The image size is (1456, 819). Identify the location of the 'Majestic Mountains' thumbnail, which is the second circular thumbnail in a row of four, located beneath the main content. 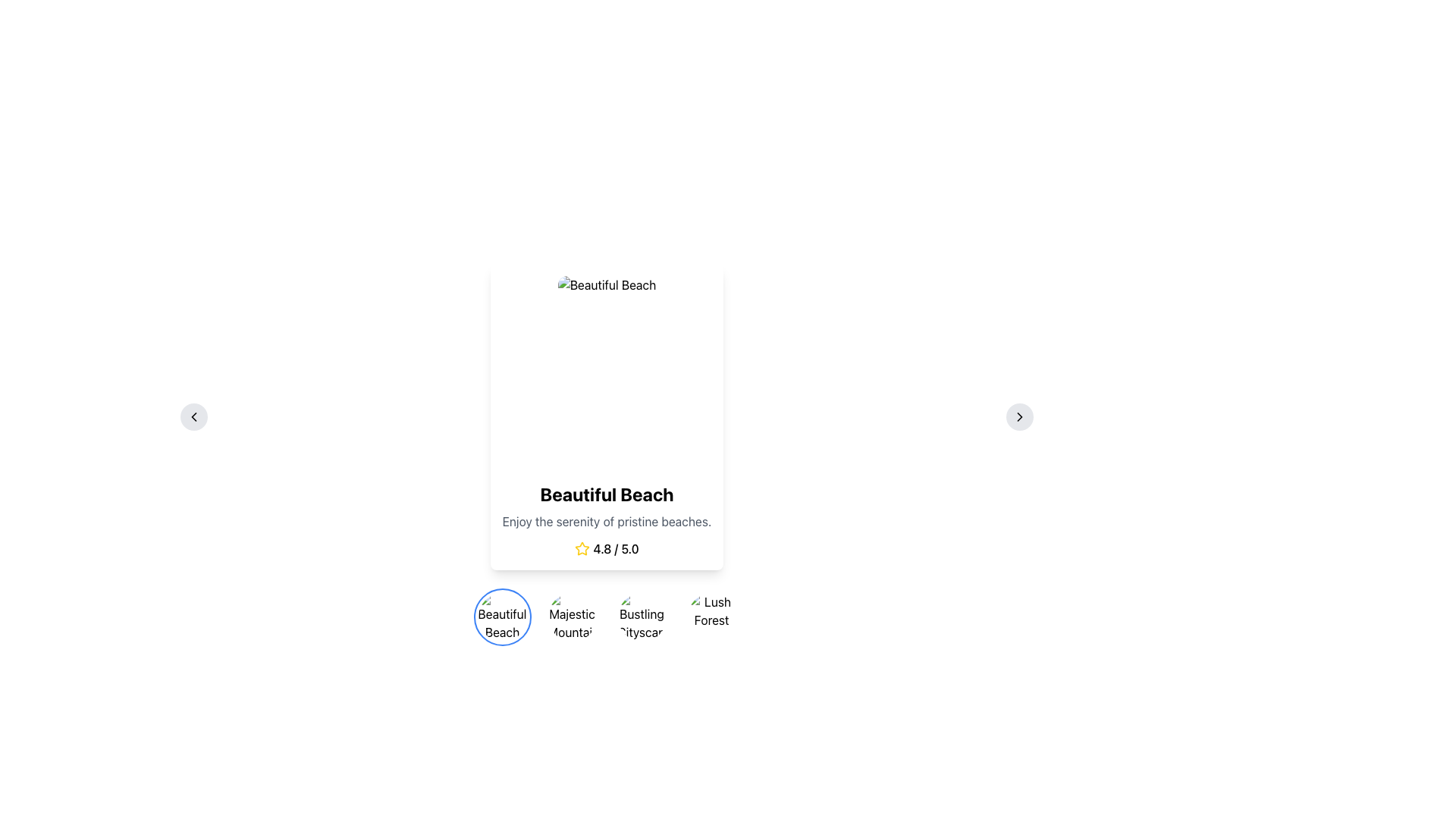
(571, 617).